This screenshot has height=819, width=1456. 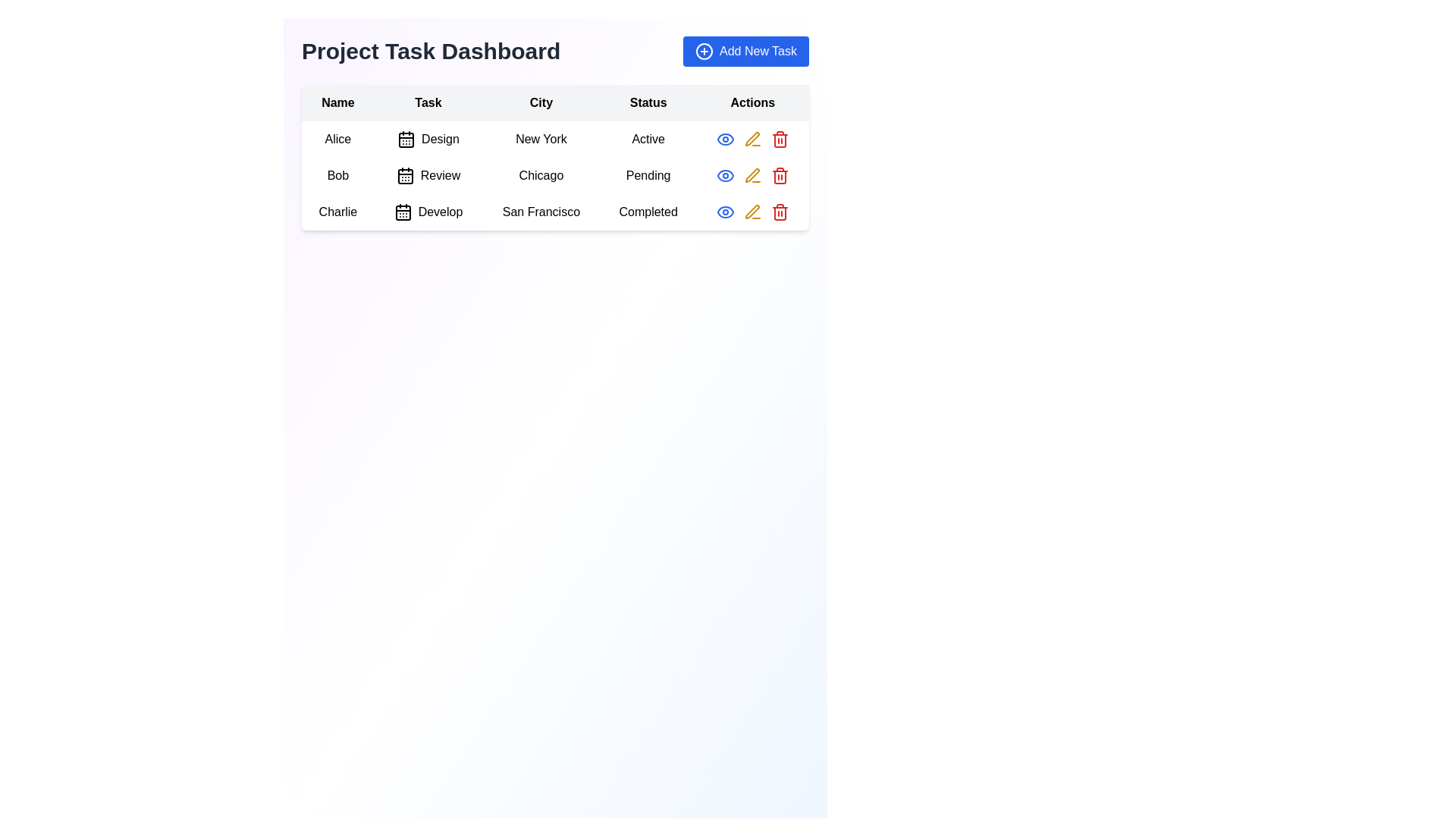 What do you see at coordinates (752, 212) in the screenshot?
I see `the grouped action buttons with icons in the last row of the table under the 'Actions' column` at bounding box center [752, 212].